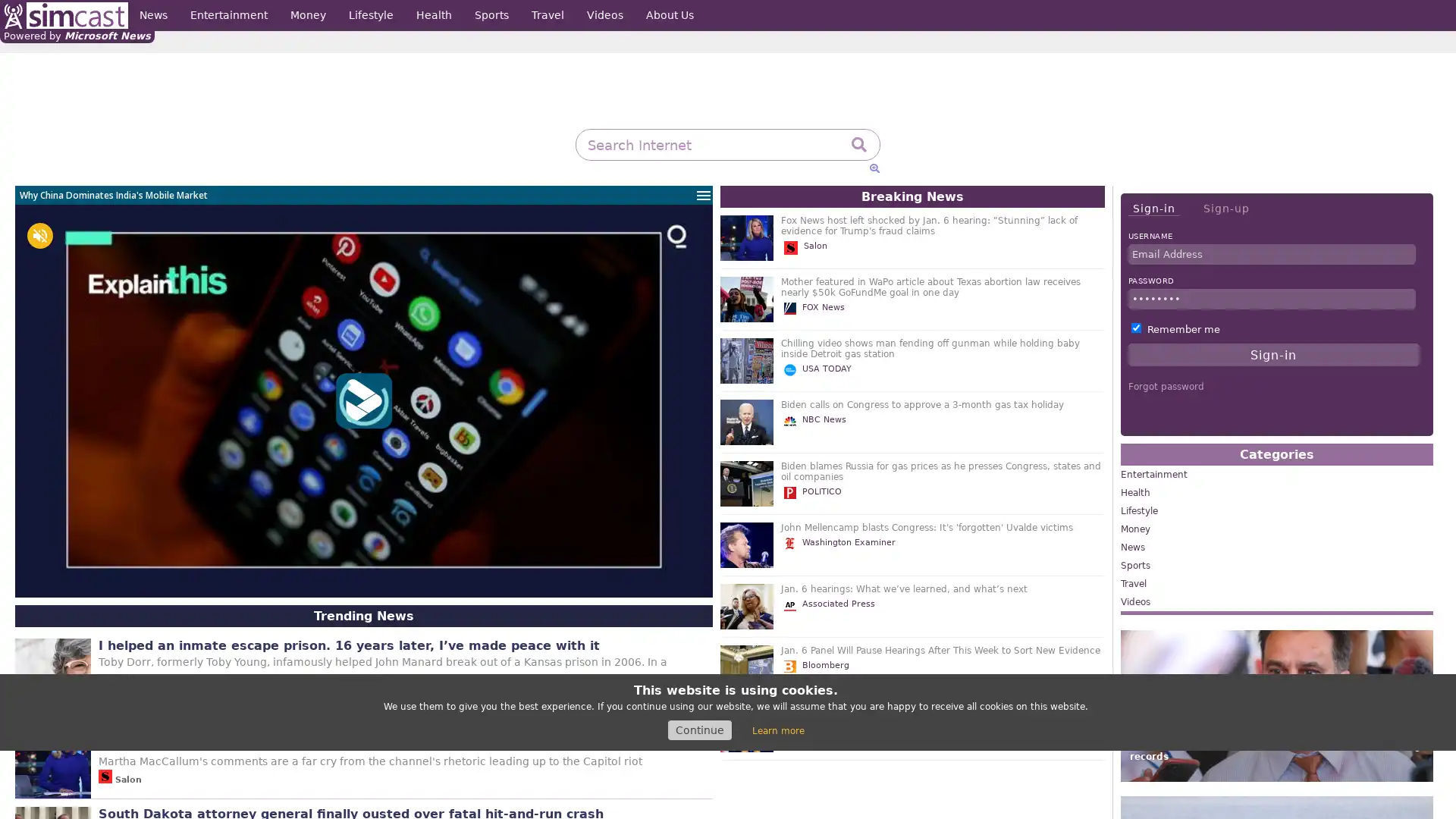  Describe the element at coordinates (1273, 354) in the screenshot. I see `Sign-in` at that location.